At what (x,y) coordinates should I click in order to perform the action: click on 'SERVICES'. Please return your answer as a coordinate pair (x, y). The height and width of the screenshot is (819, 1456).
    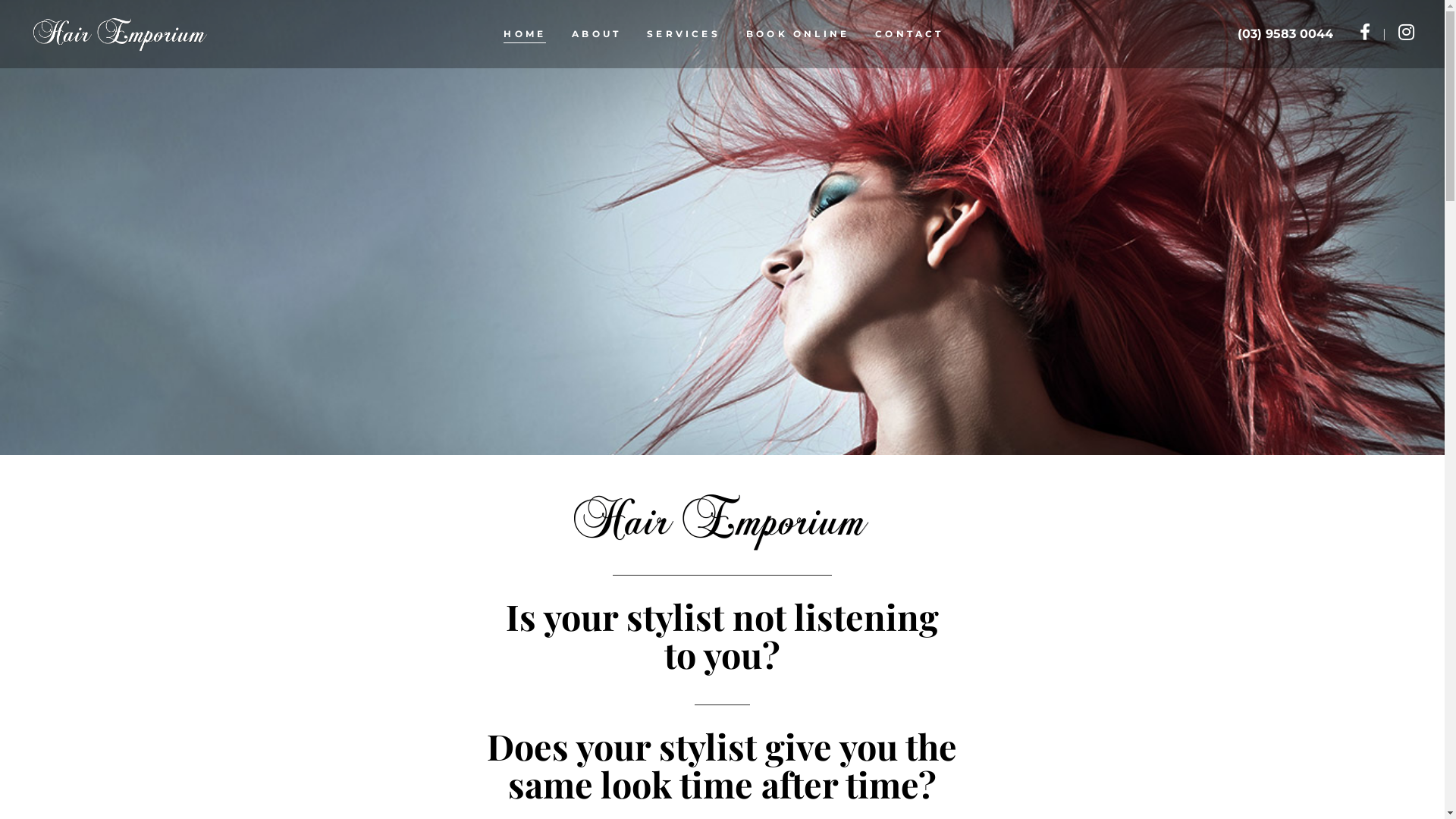
    Looking at the image, I should click on (682, 34).